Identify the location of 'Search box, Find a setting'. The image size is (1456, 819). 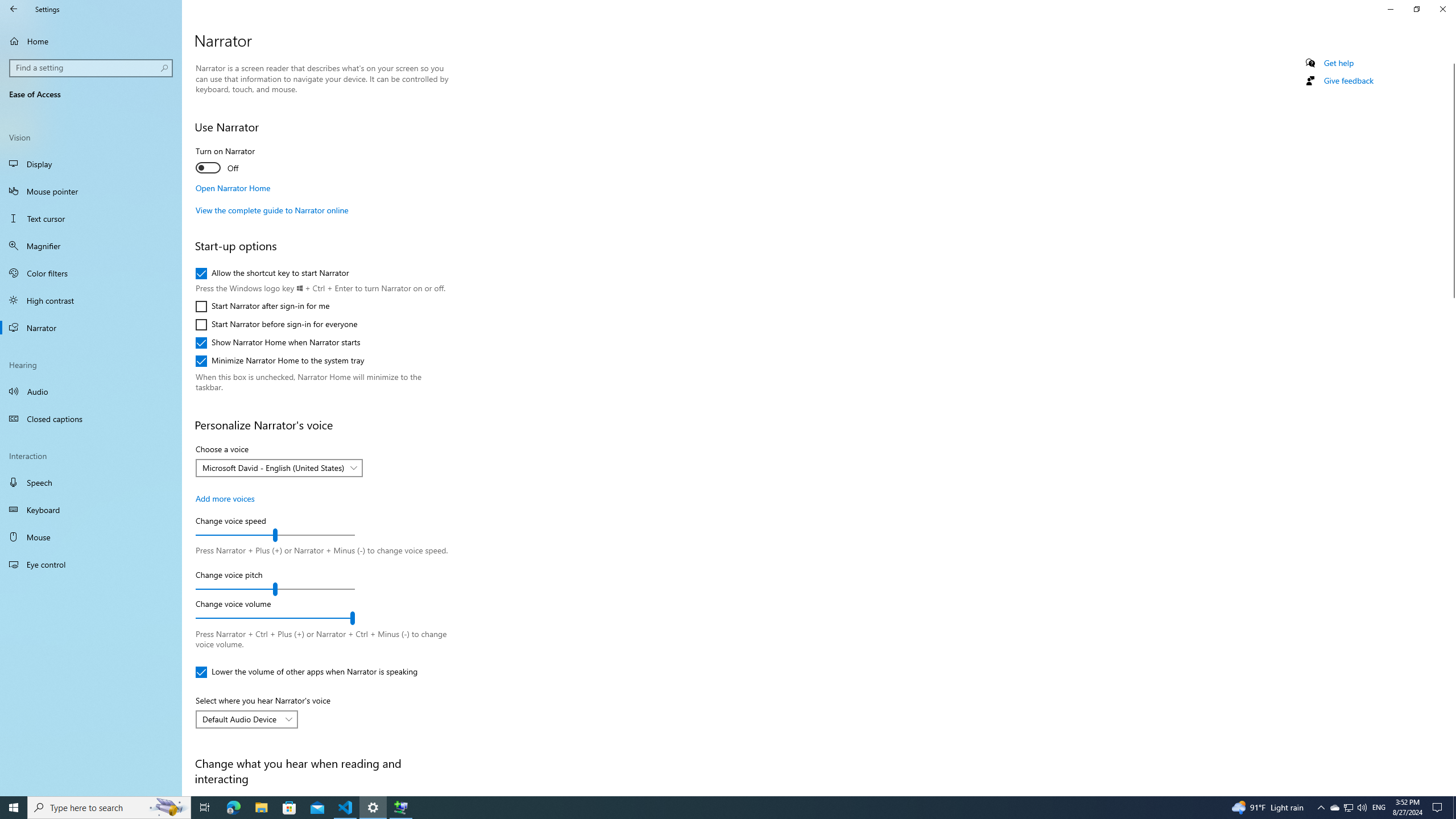
(91, 67).